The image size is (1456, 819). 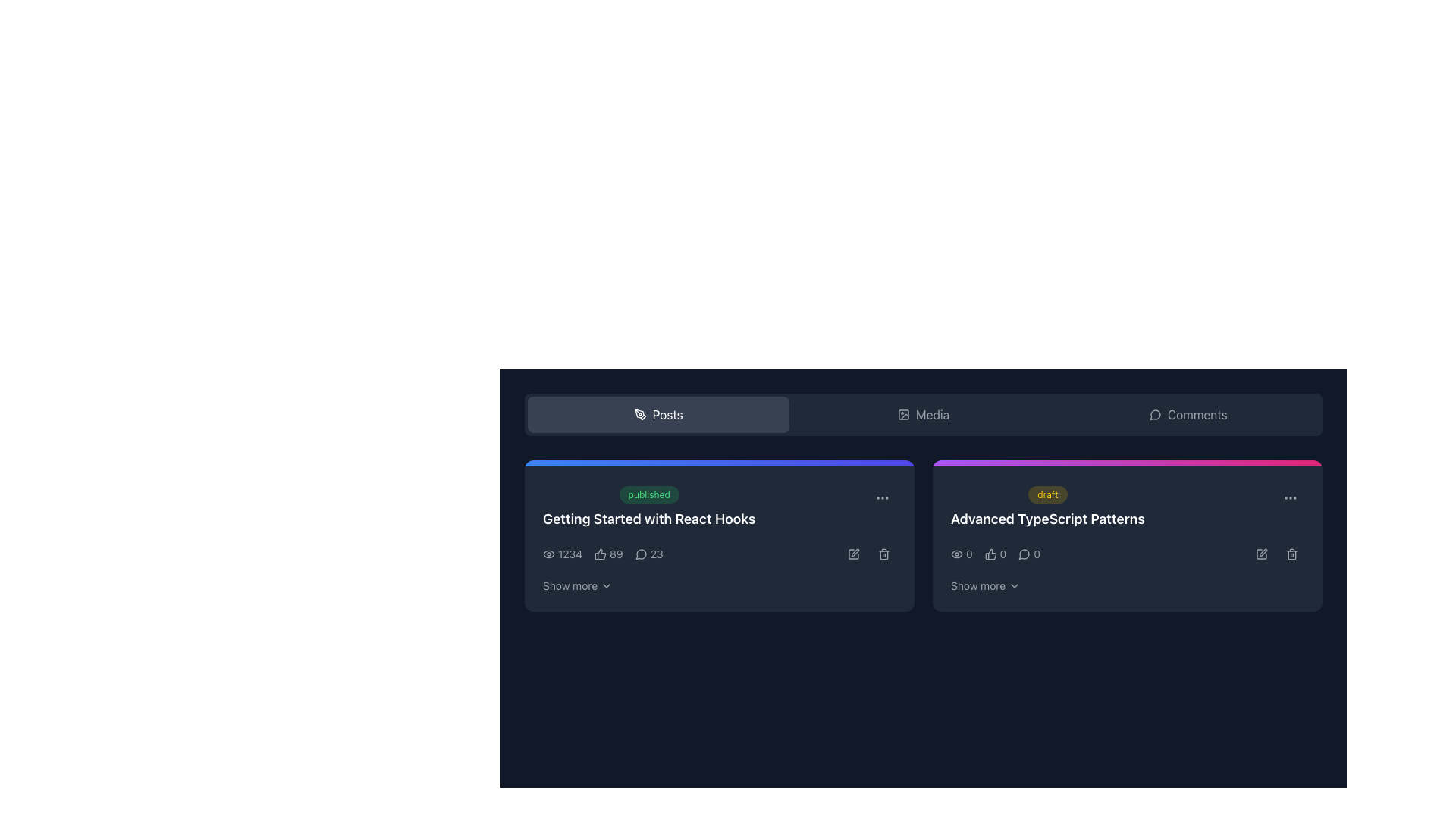 I want to click on the like icon with a numeric count indicator located in the second card titled 'Advanced TypeScript Patterns' on the right-hand side of the interface, so click(x=996, y=554).